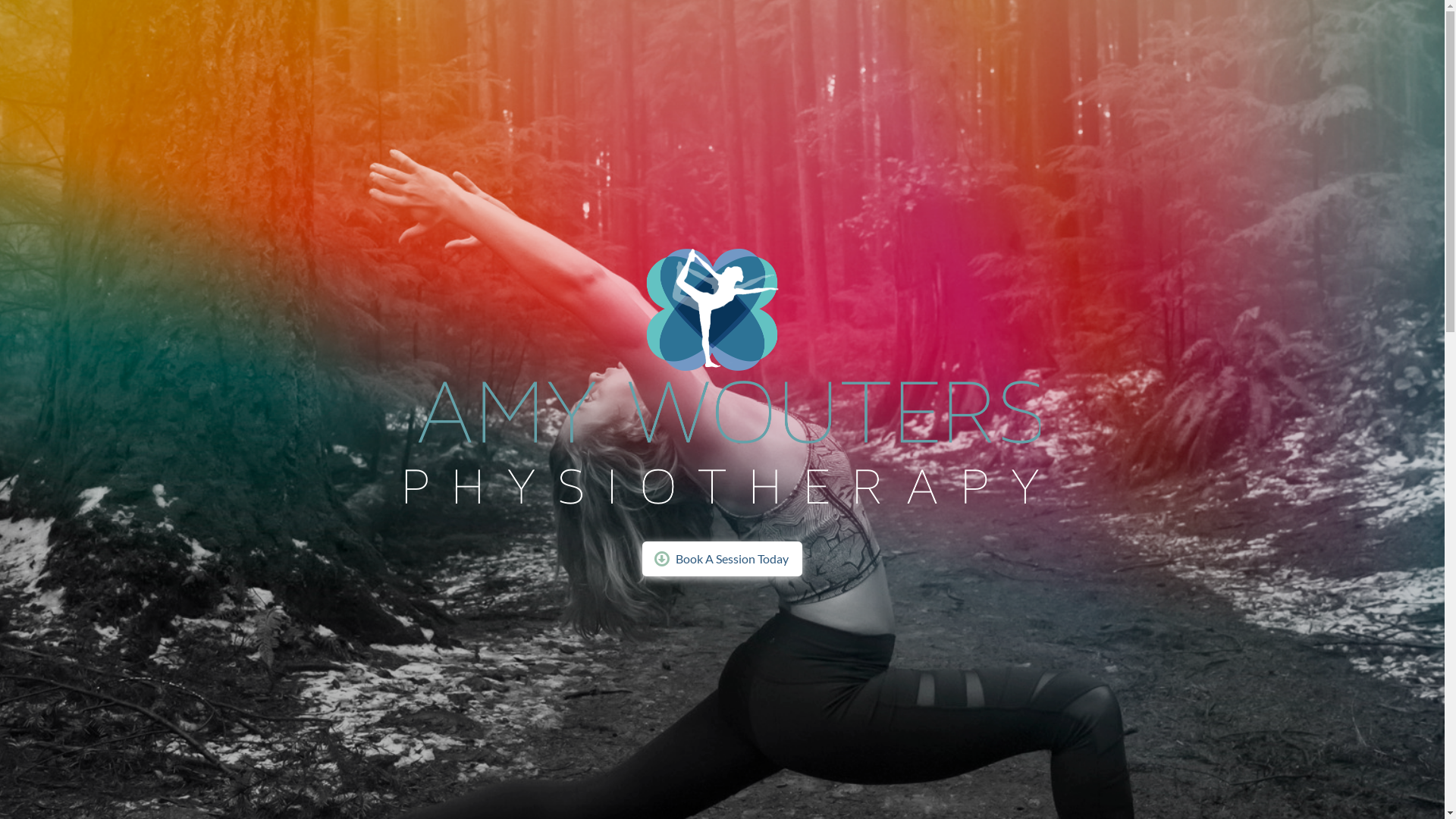  What do you see at coordinates (721, 558) in the screenshot?
I see `'Book A Session Today'` at bounding box center [721, 558].